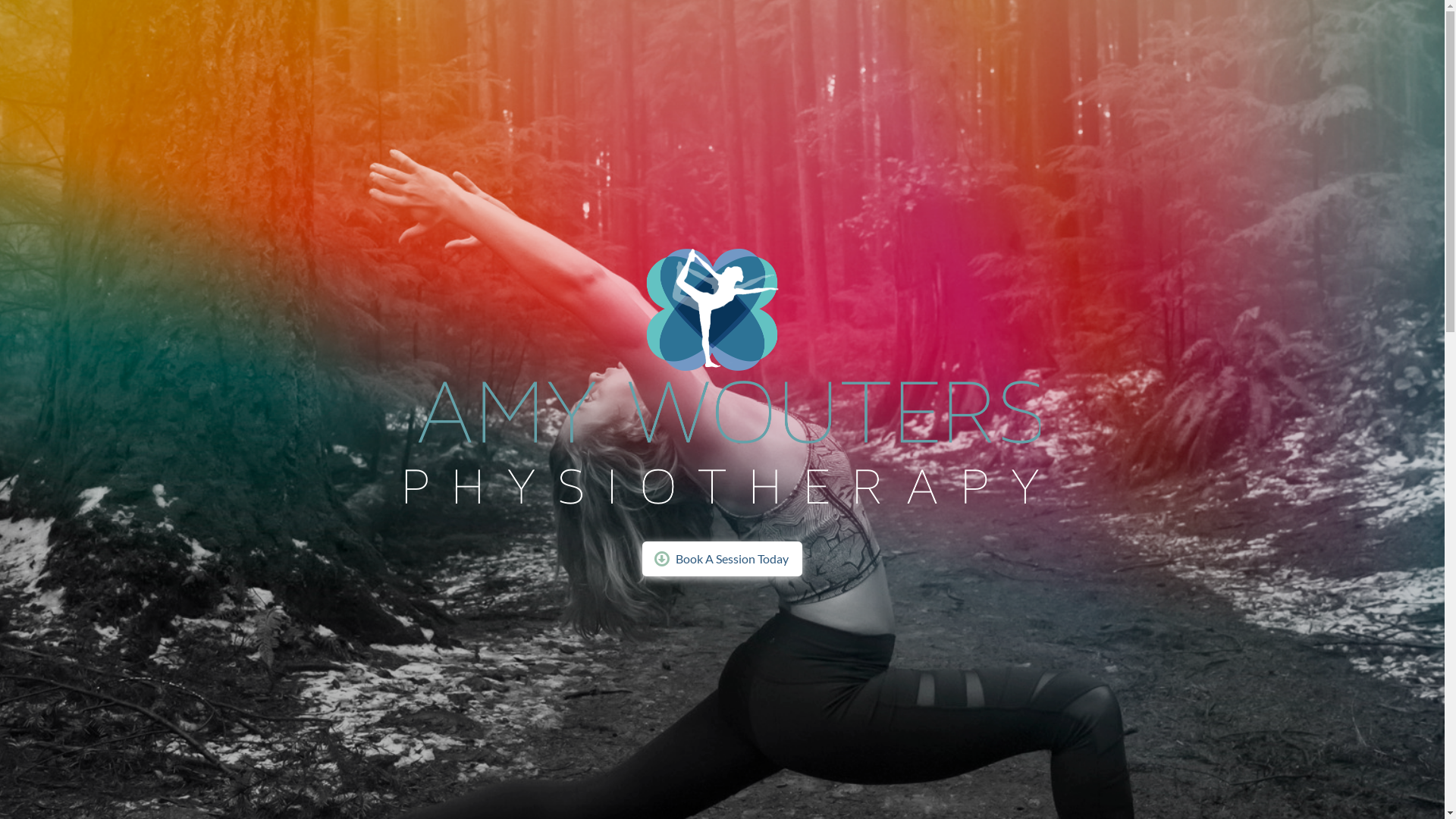  What do you see at coordinates (721, 558) in the screenshot?
I see `'Book A Session Today'` at bounding box center [721, 558].